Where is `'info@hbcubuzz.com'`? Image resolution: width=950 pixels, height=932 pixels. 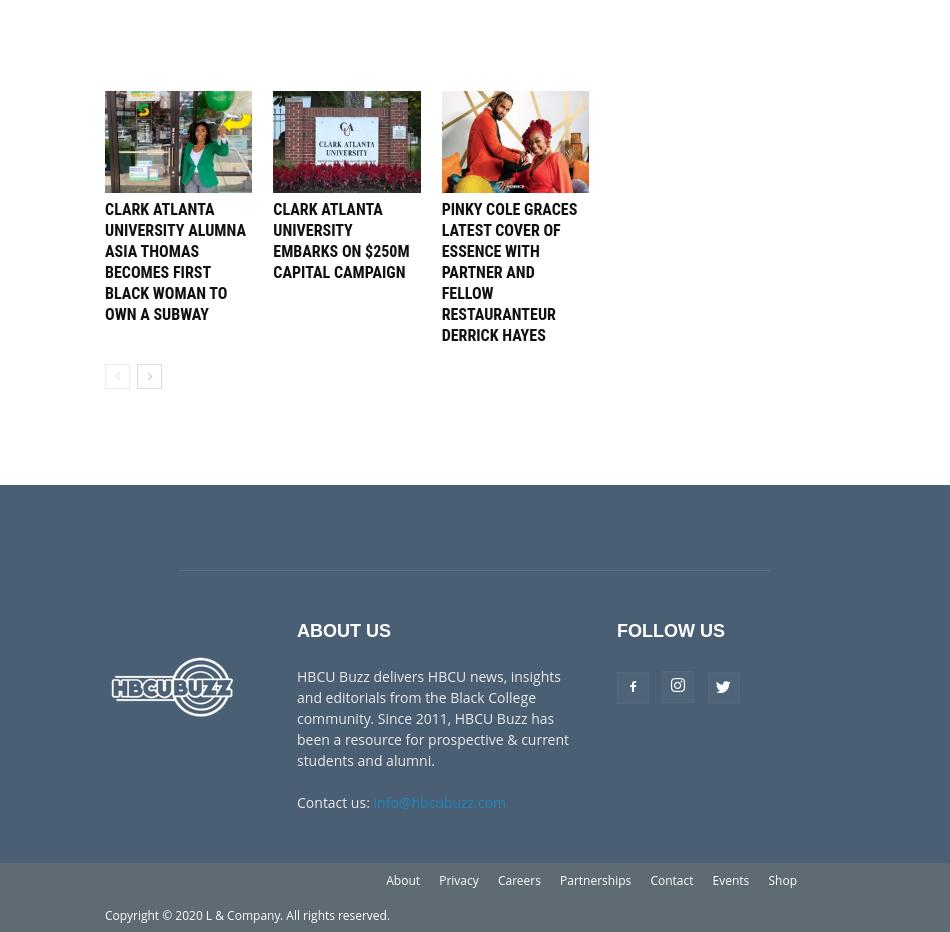
'info@hbcubuzz.com' is located at coordinates (438, 801).